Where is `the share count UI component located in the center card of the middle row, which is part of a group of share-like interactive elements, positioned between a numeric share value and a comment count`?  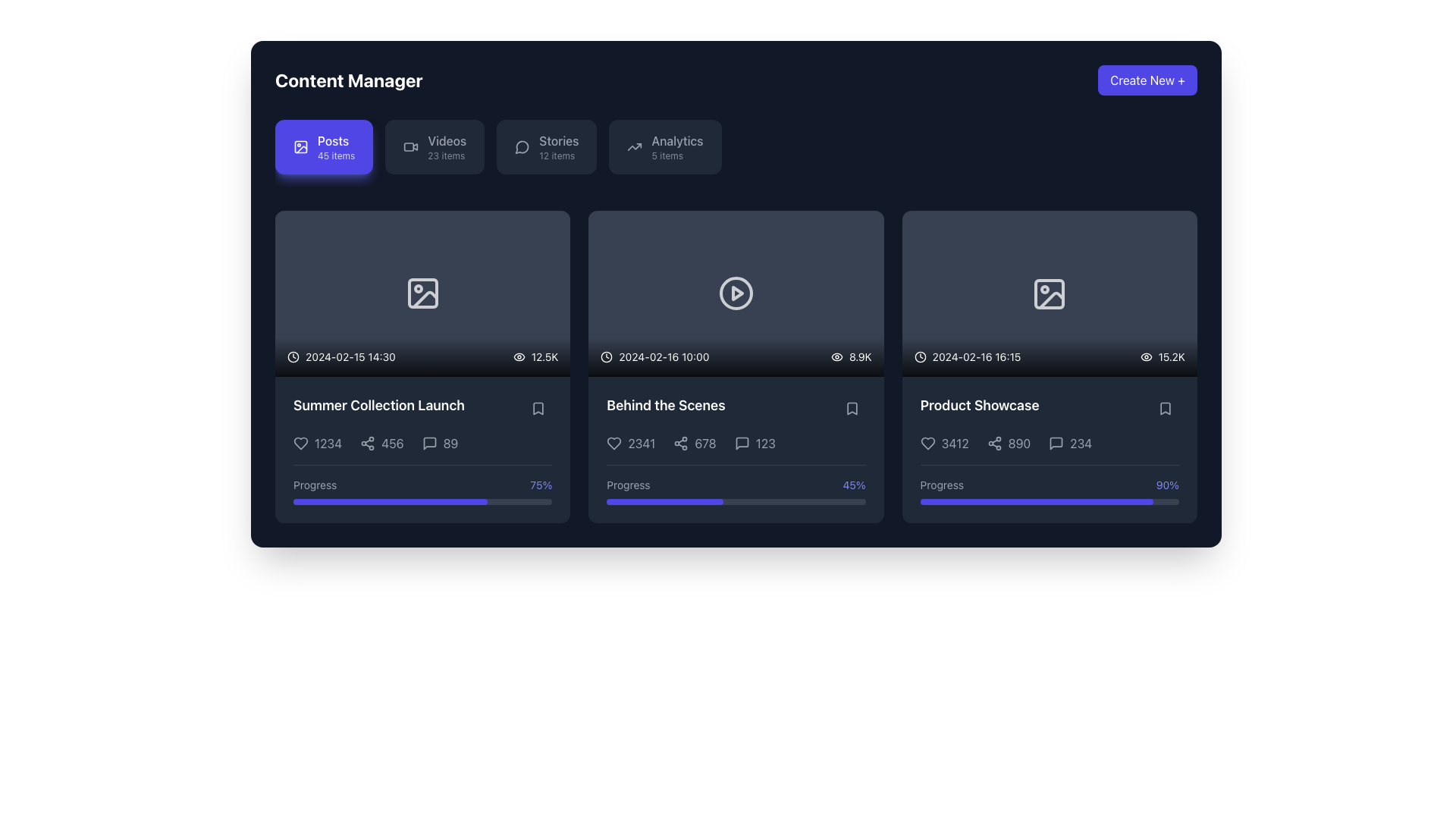 the share count UI component located in the center card of the middle row, which is part of a group of share-like interactive elements, positioned between a numeric share value and a comment count is located at coordinates (694, 443).